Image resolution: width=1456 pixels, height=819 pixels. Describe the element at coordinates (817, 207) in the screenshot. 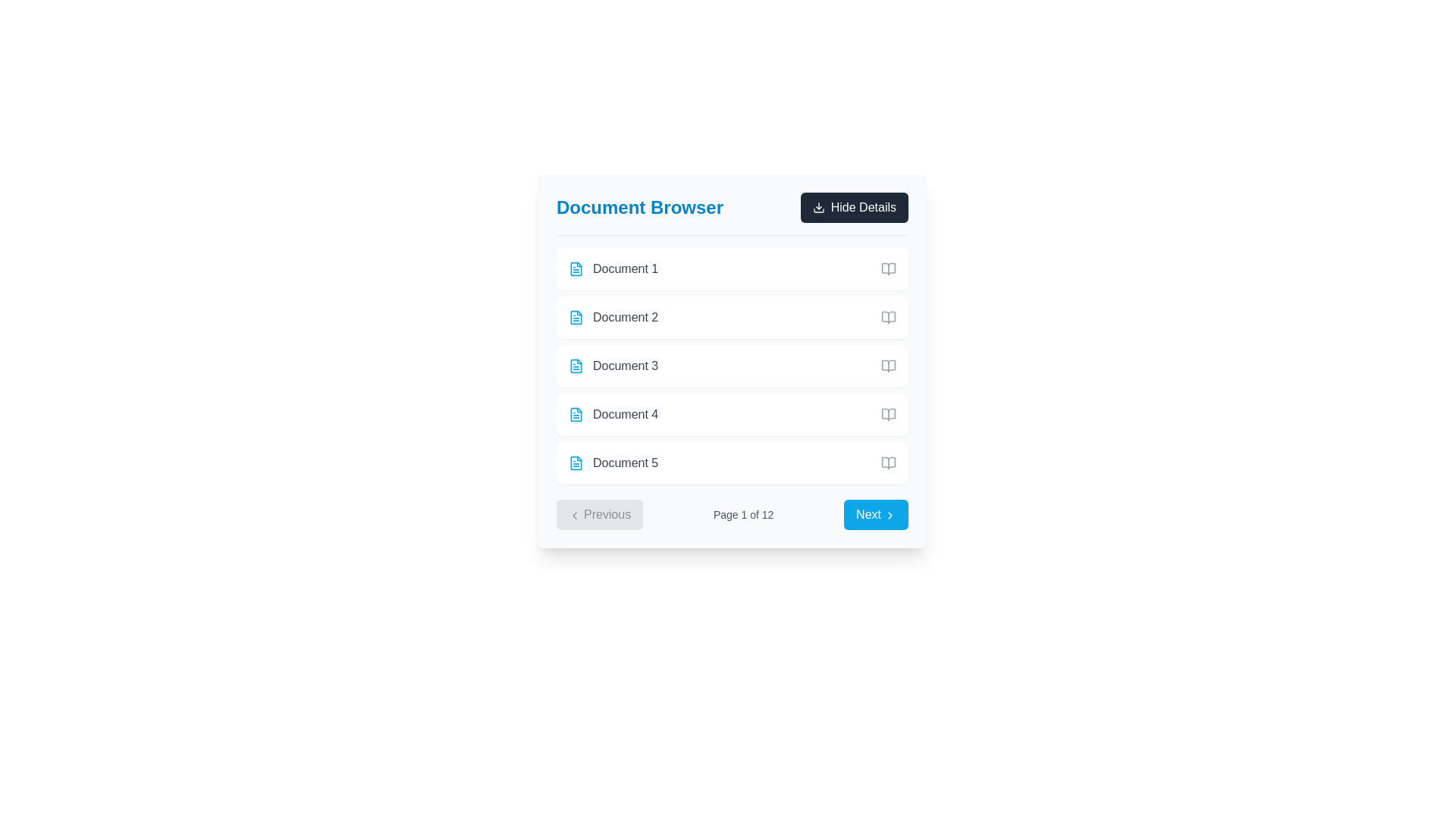

I see `the download icon located within the 'Hide Details' button at the top right of the 'Document Browser' panel` at that location.